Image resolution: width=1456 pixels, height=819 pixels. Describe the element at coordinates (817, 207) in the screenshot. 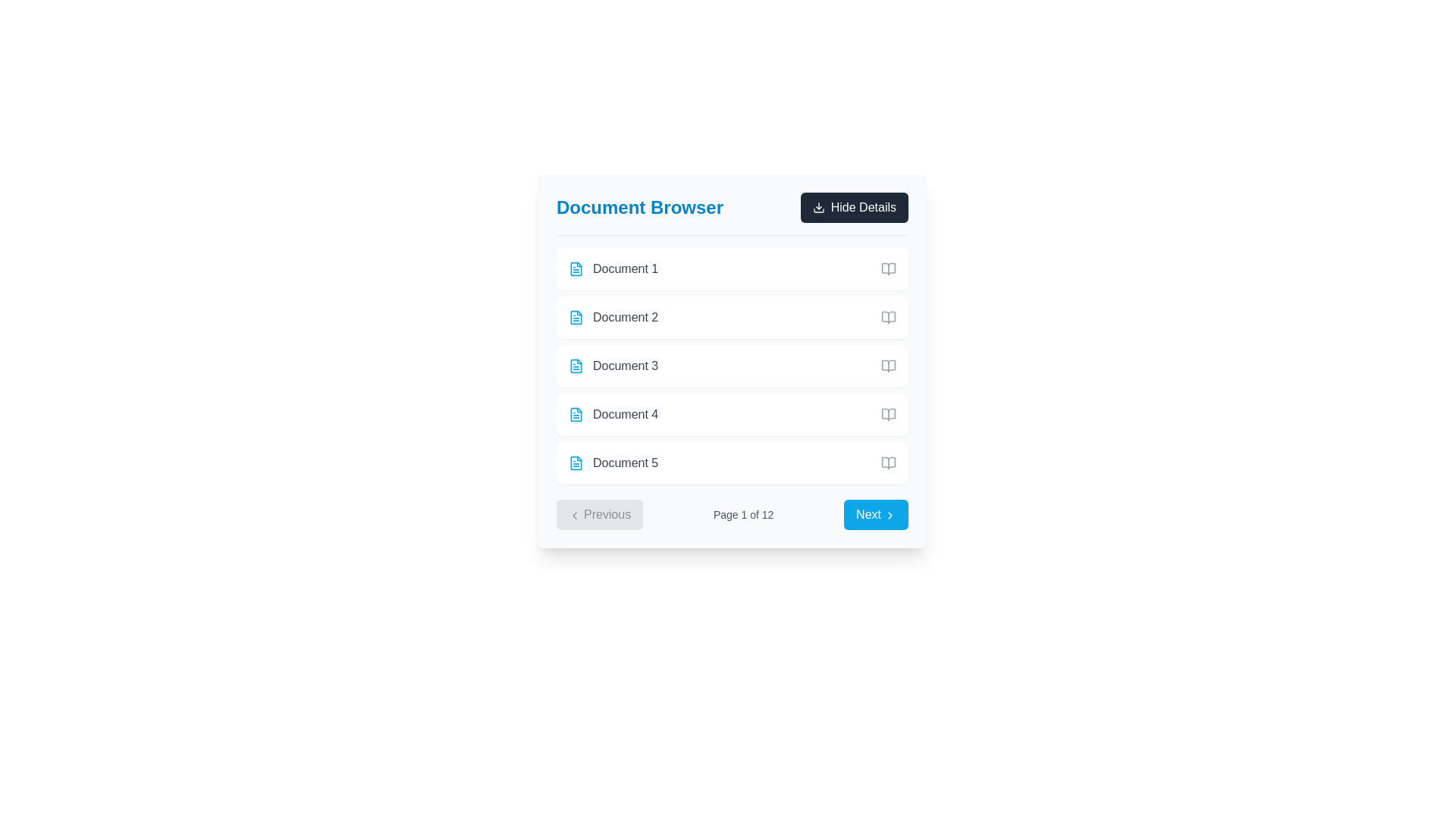

I see `the download icon located within the 'Hide Details' button at the top right of the 'Document Browser' panel` at that location.